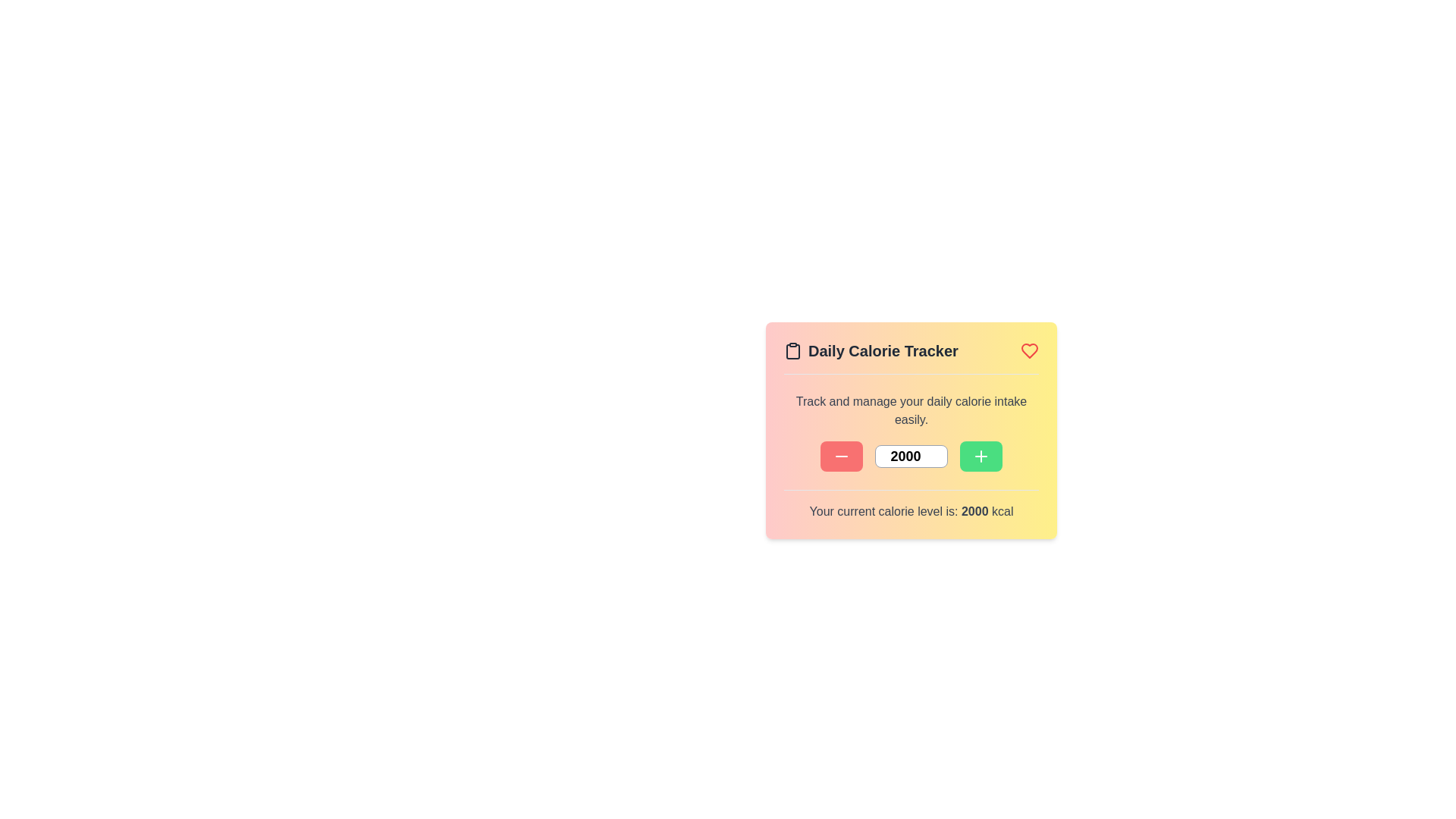 This screenshot has height=819, width=1456. Describe the element at coordinates (910, 357) in the screenshot. I see `the title bar labeled 'Daily Calorie Tracker', which is styled with a gradient background and contains icons of a clipboard and a red heart` at that location.